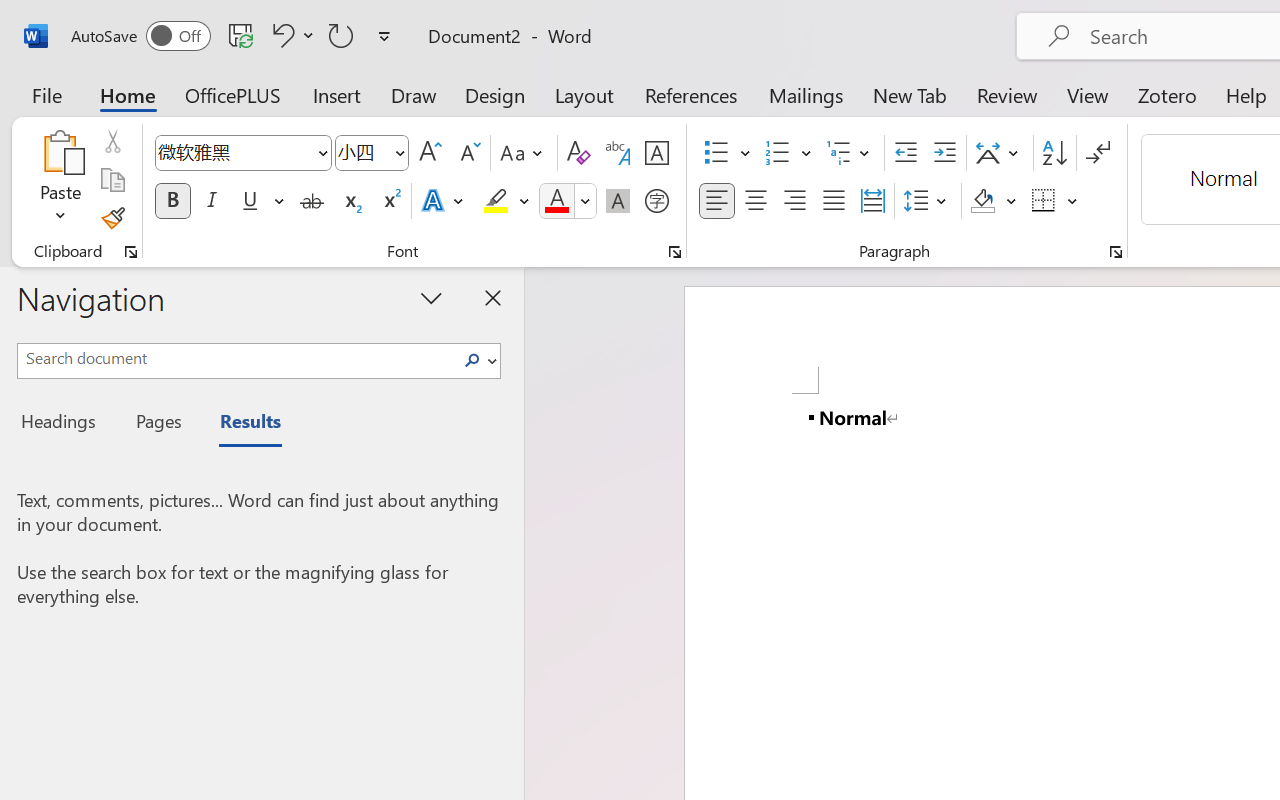 The image size is (1280, 800). Describe the element at coordinates (993, 201) in the screenshot. I see `'Shading'` at that location.